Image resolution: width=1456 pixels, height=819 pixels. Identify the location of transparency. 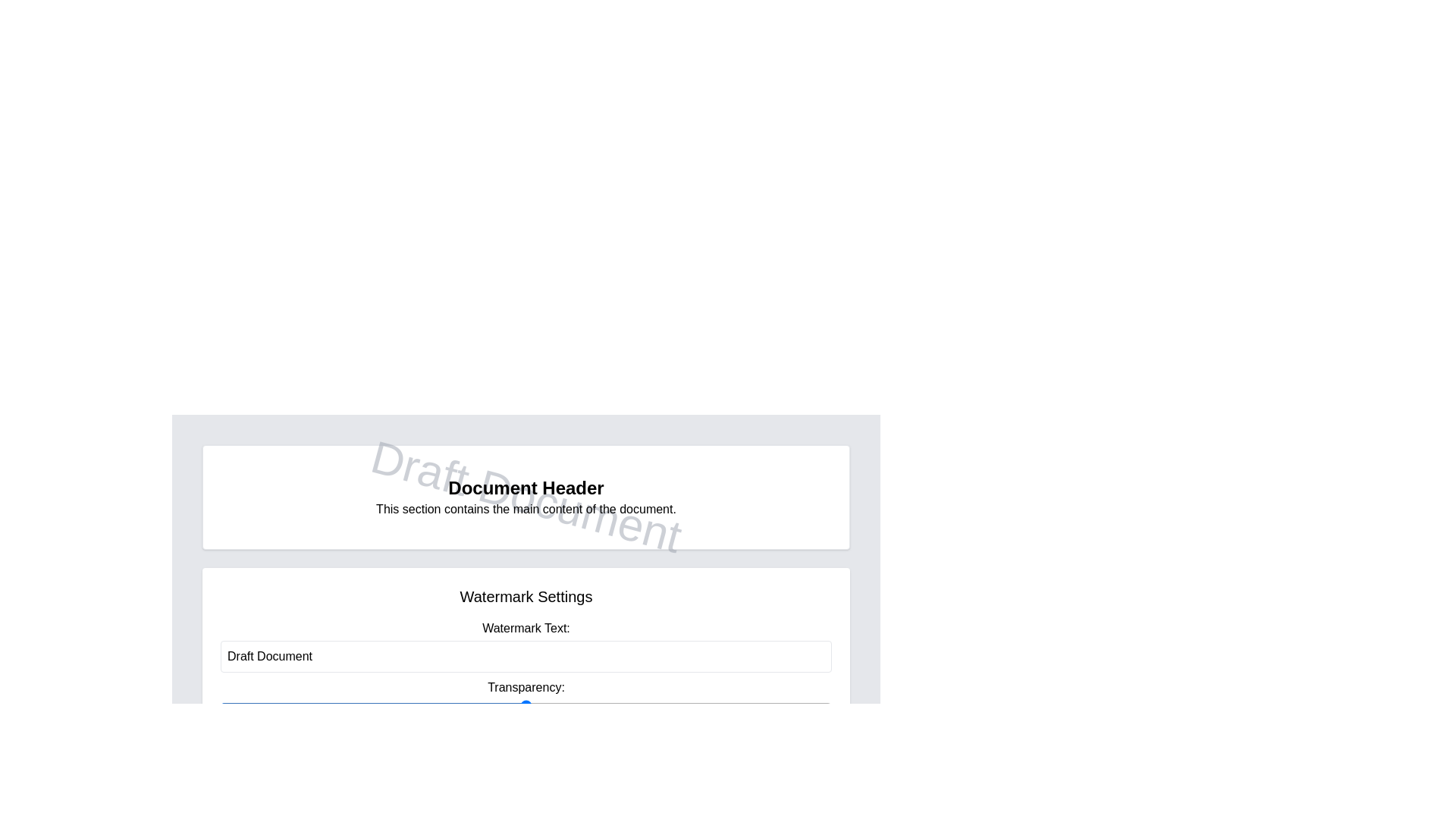
(220, 705).